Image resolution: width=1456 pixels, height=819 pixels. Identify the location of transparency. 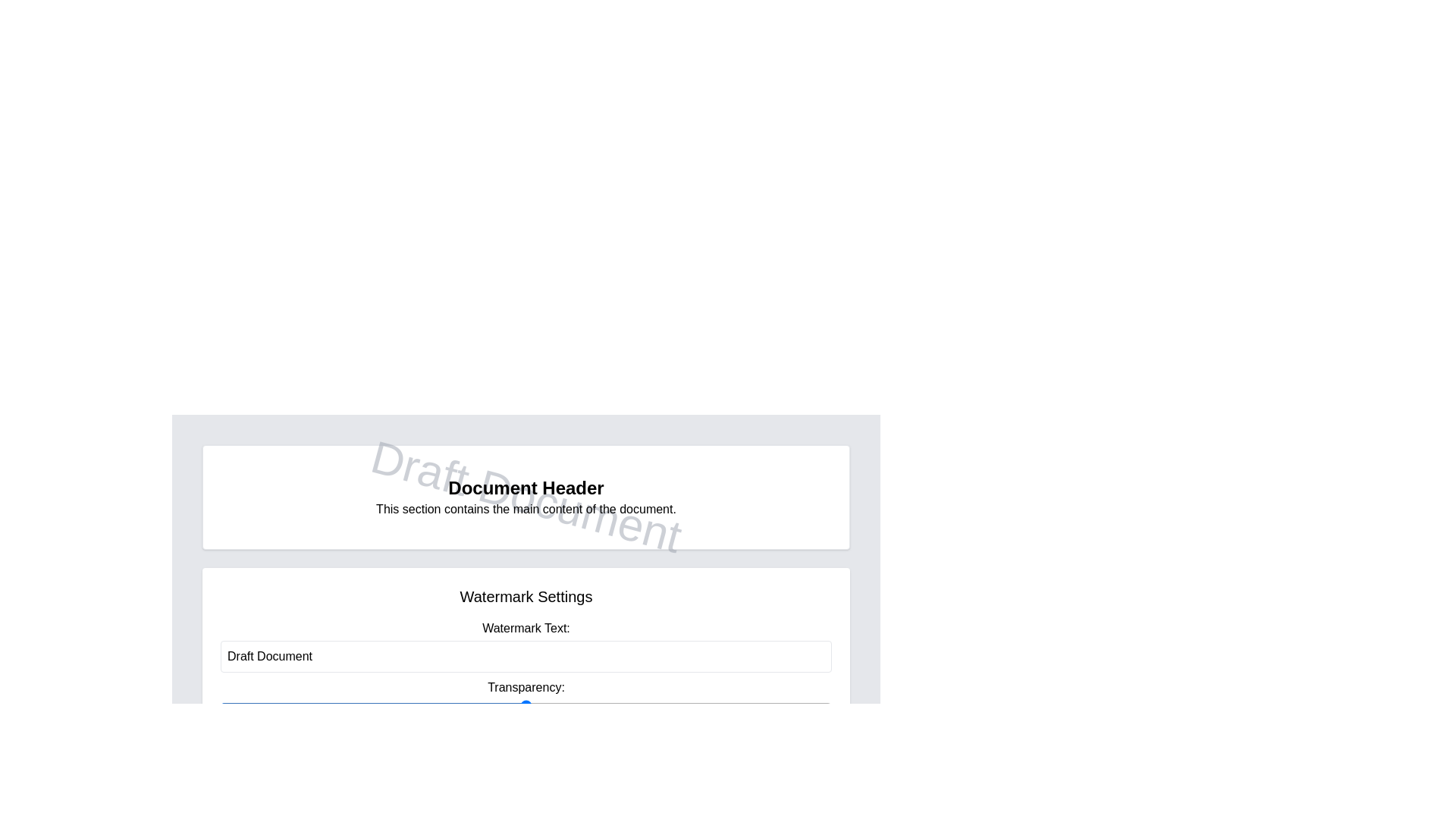
(220, 705).